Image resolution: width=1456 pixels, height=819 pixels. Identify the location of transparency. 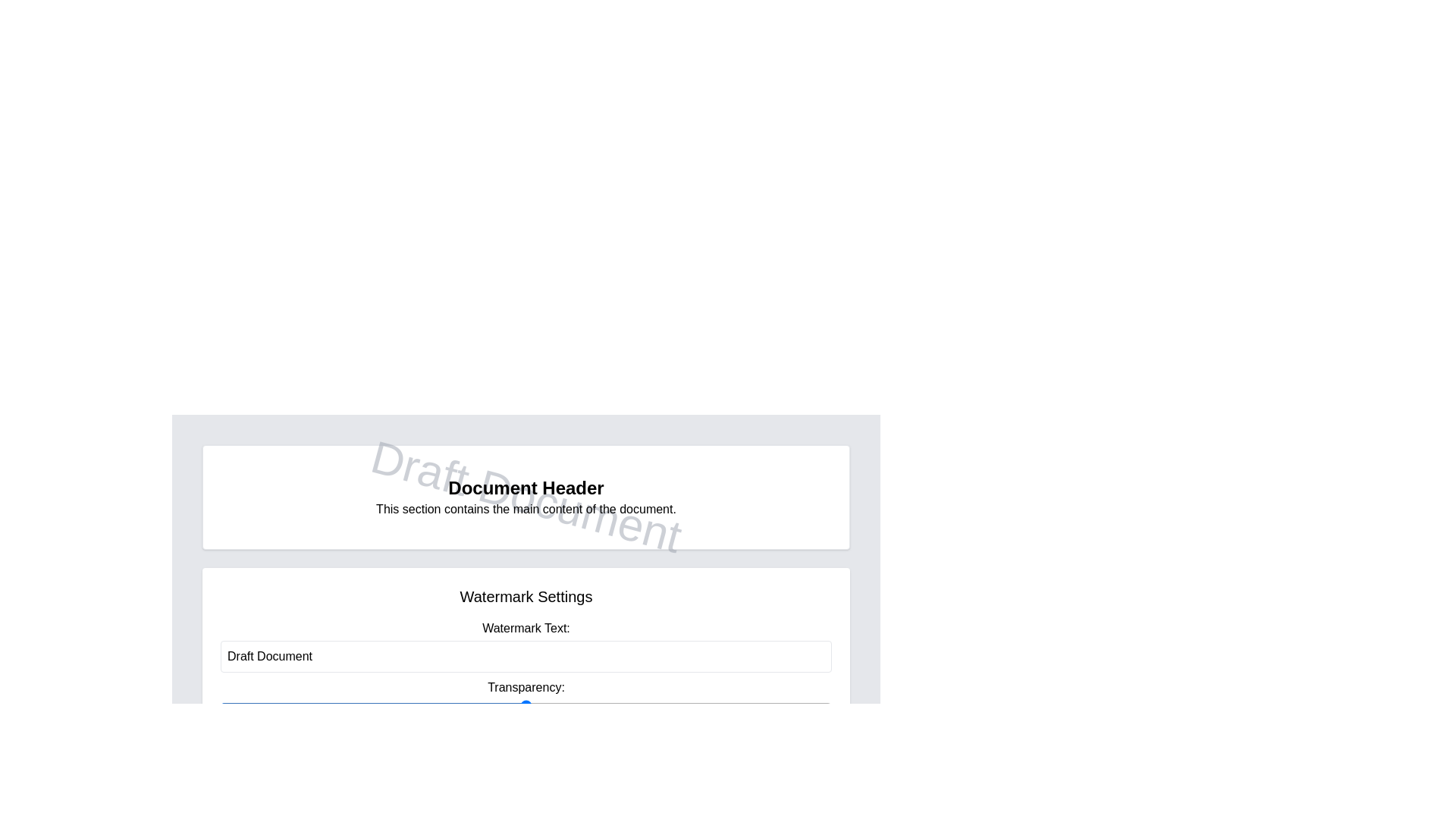
(220, 705).